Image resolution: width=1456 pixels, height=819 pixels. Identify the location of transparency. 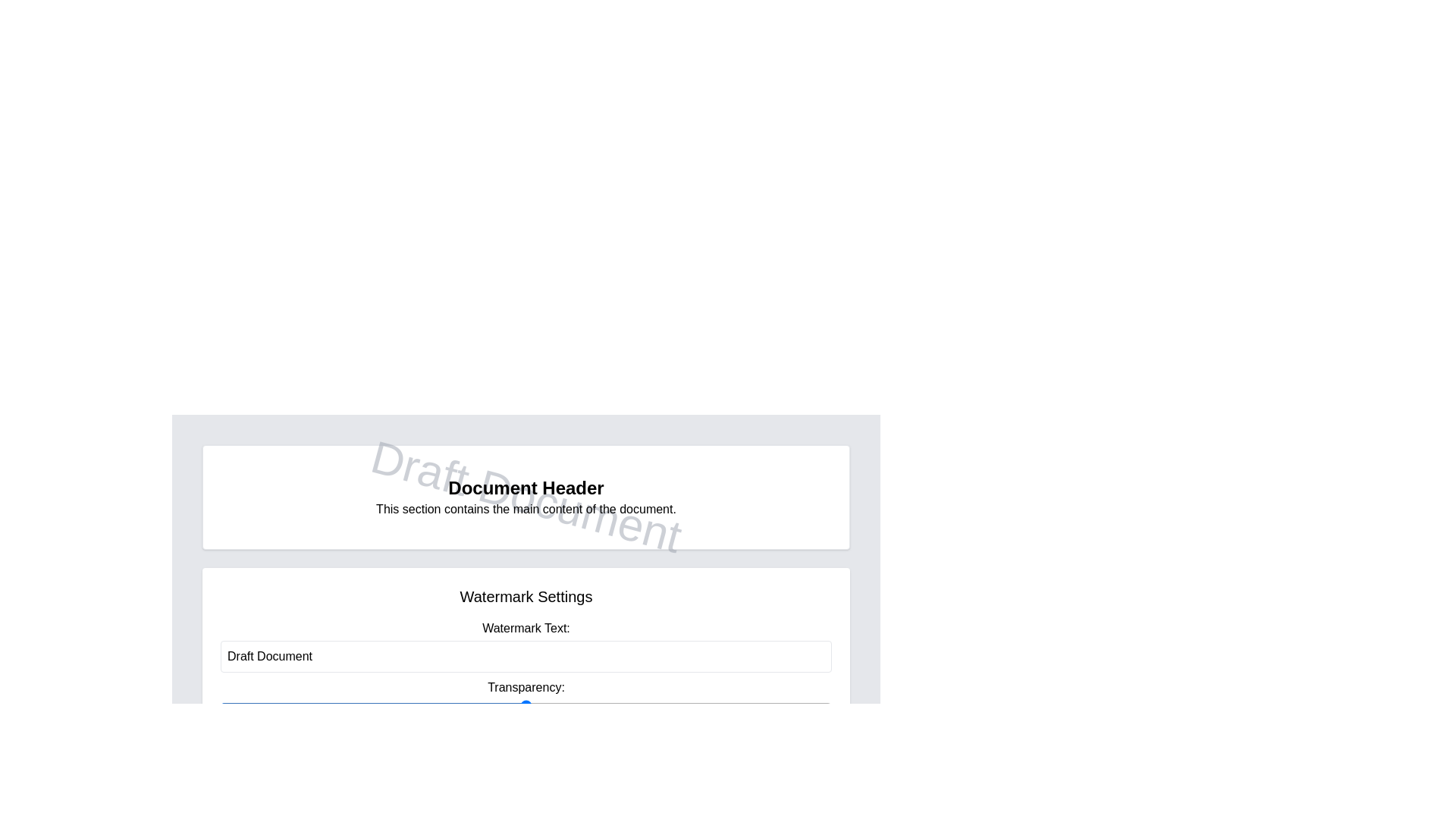
(220, 705).